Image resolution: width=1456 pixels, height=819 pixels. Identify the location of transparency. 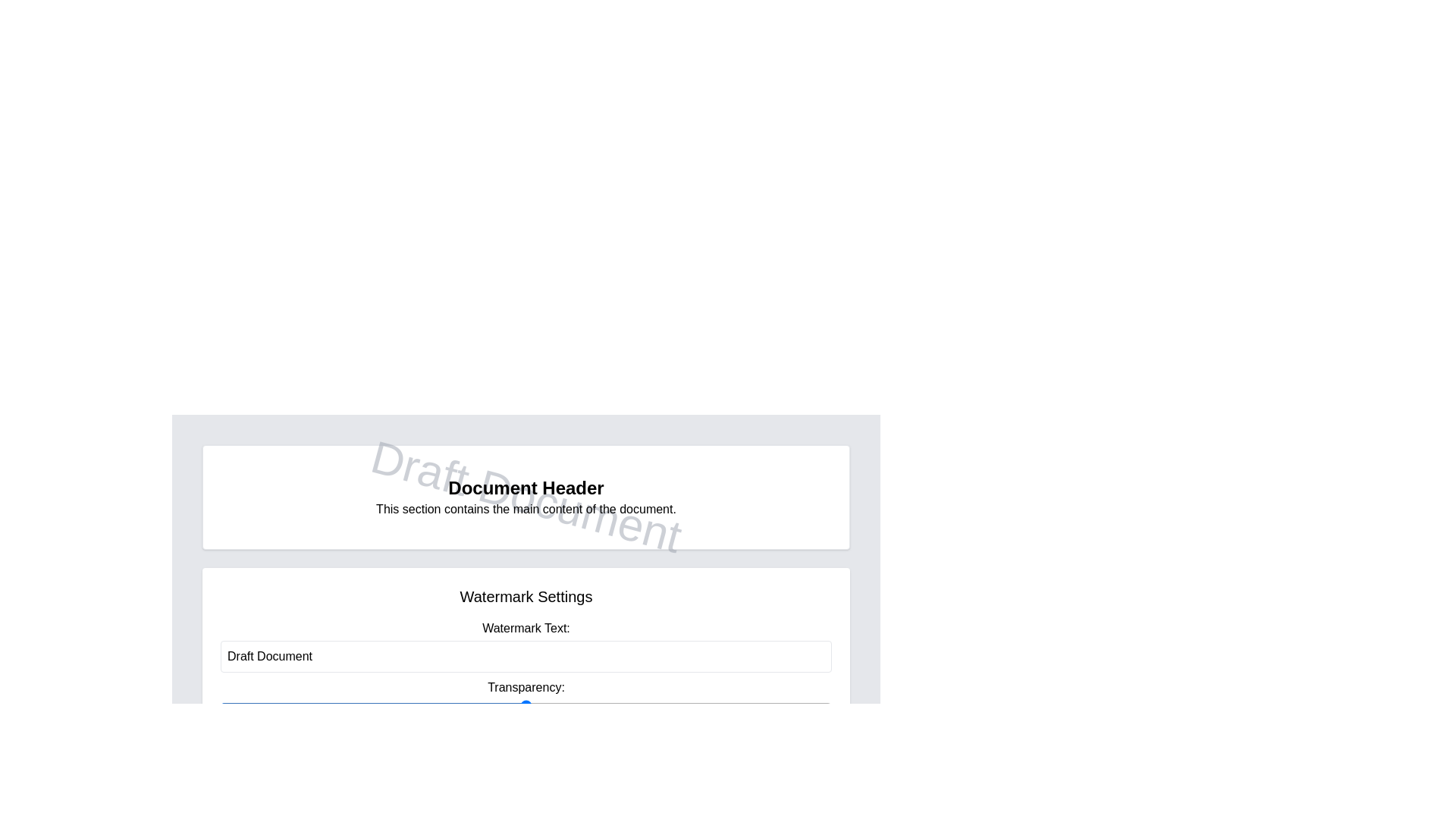
(220, 705).